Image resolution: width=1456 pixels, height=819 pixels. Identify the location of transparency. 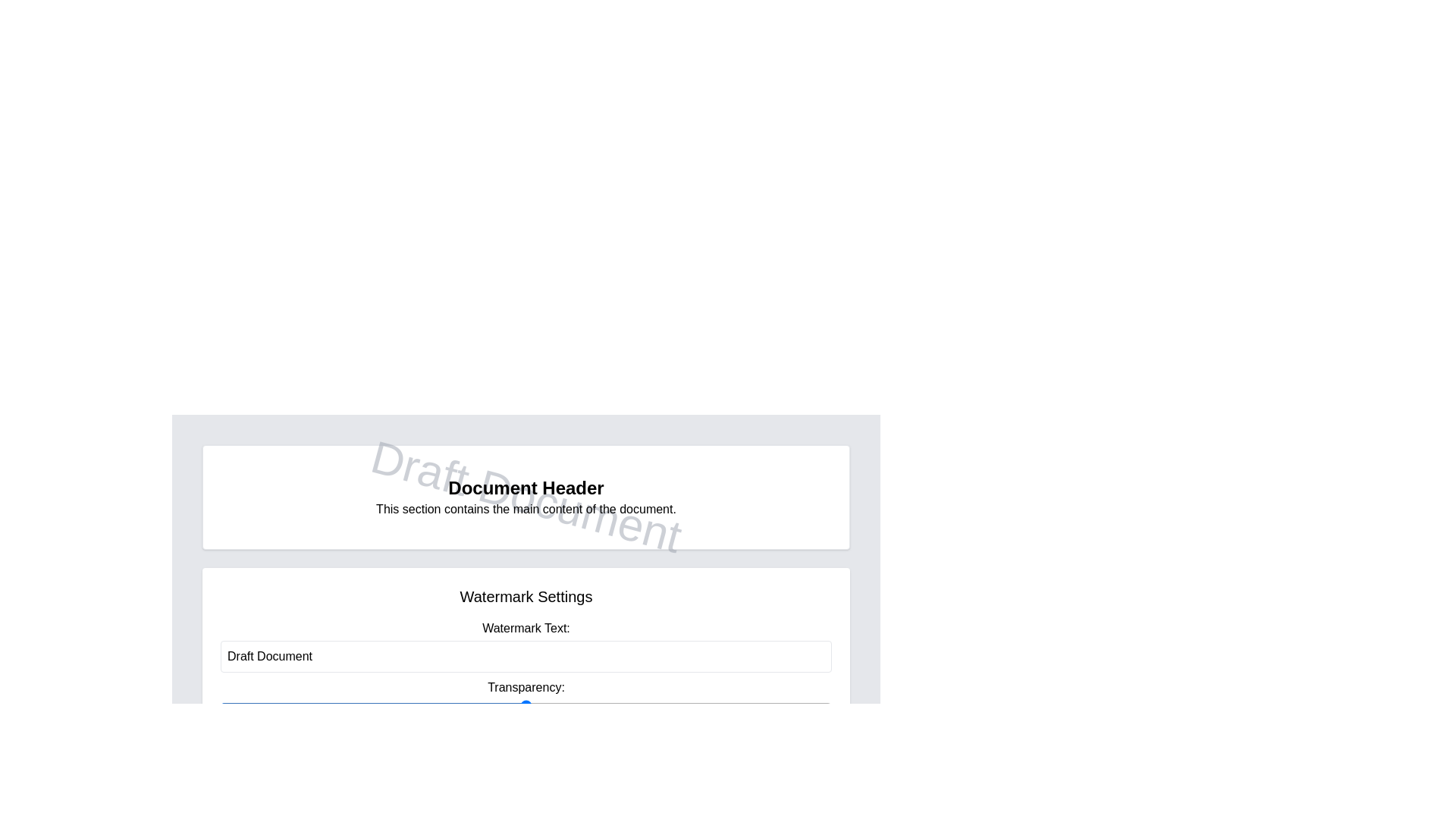
(220, 705).